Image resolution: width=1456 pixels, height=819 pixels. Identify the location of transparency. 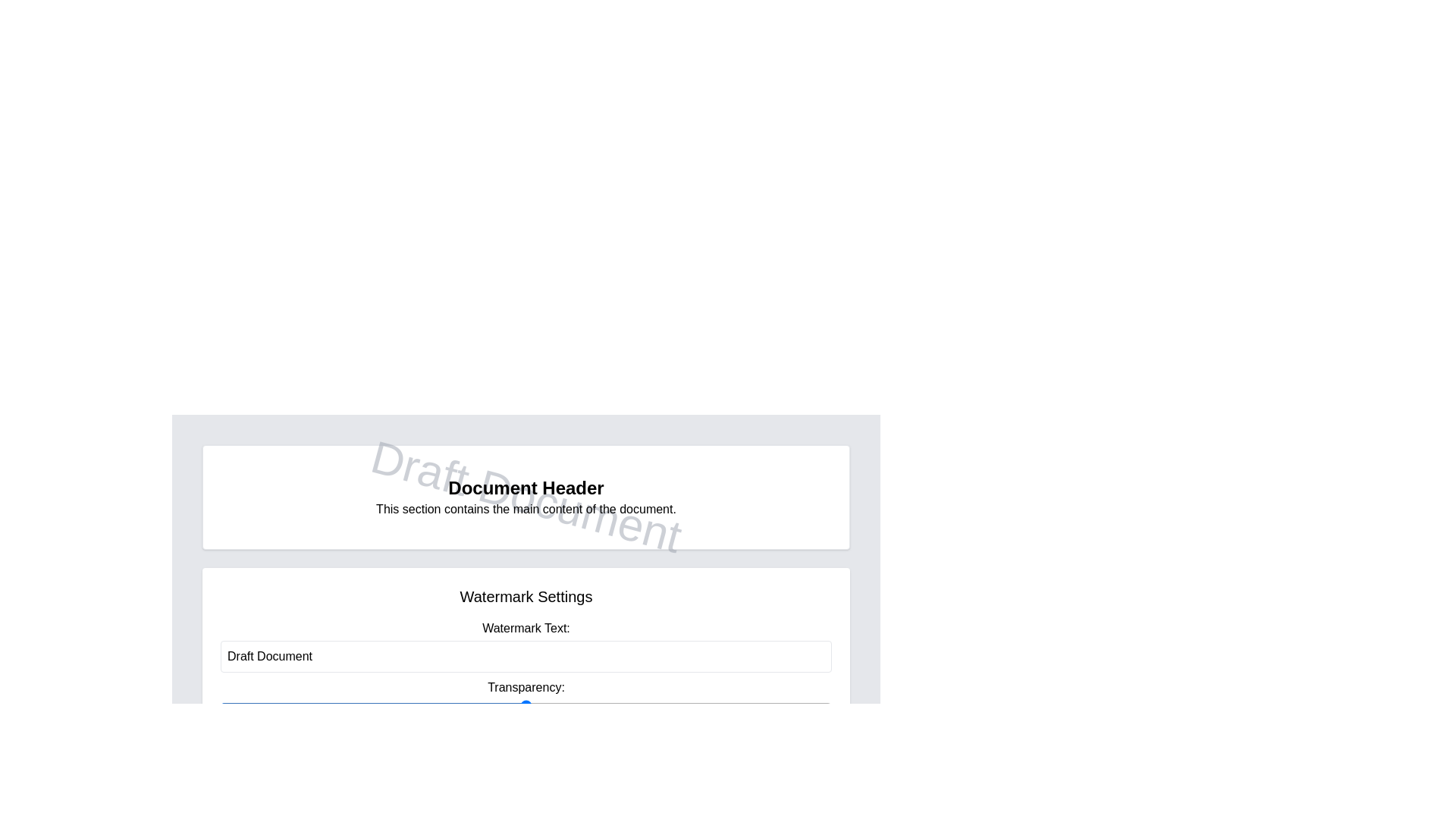
(220, 705).